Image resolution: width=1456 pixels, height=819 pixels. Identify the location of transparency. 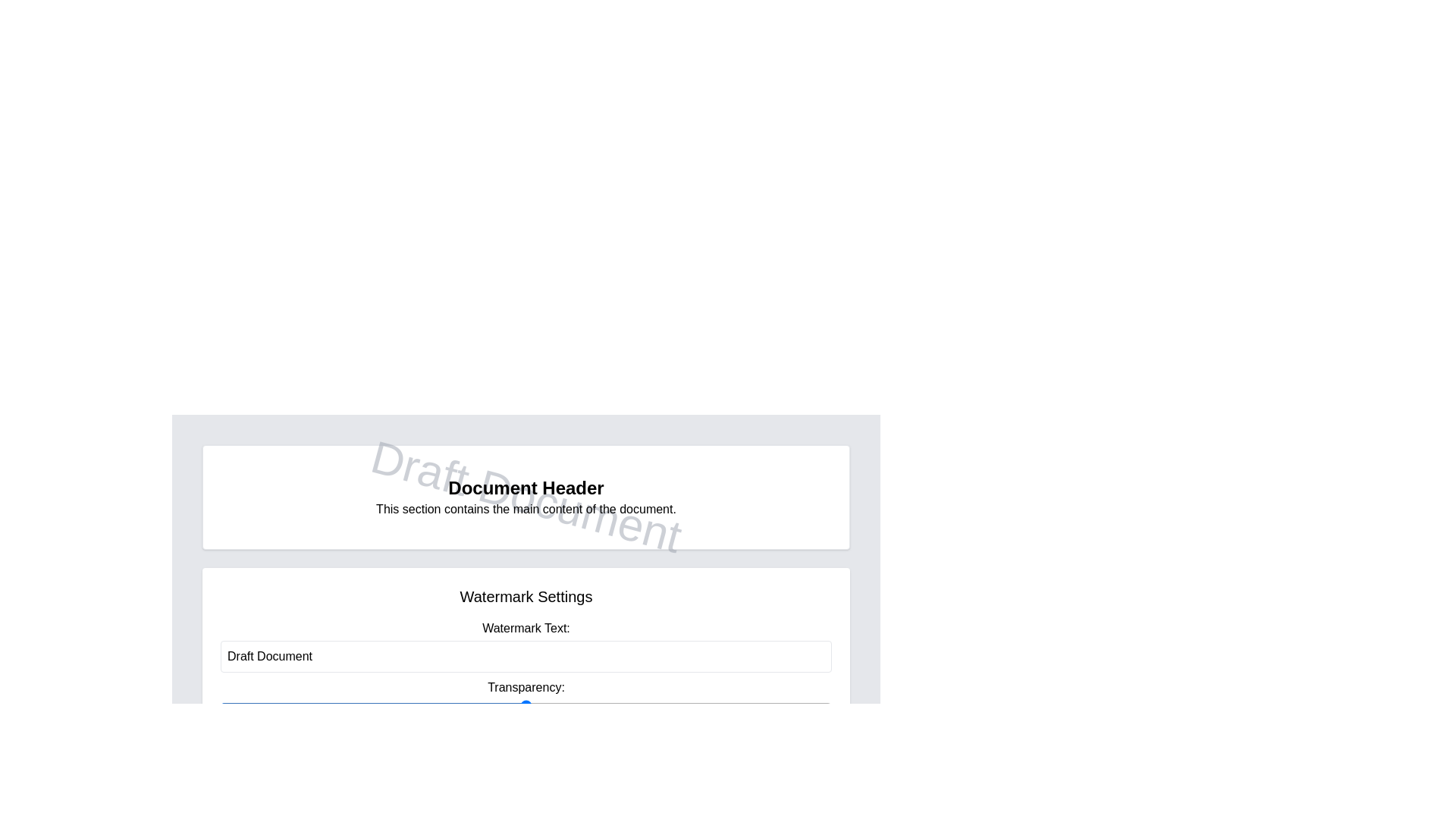
(220, 705).